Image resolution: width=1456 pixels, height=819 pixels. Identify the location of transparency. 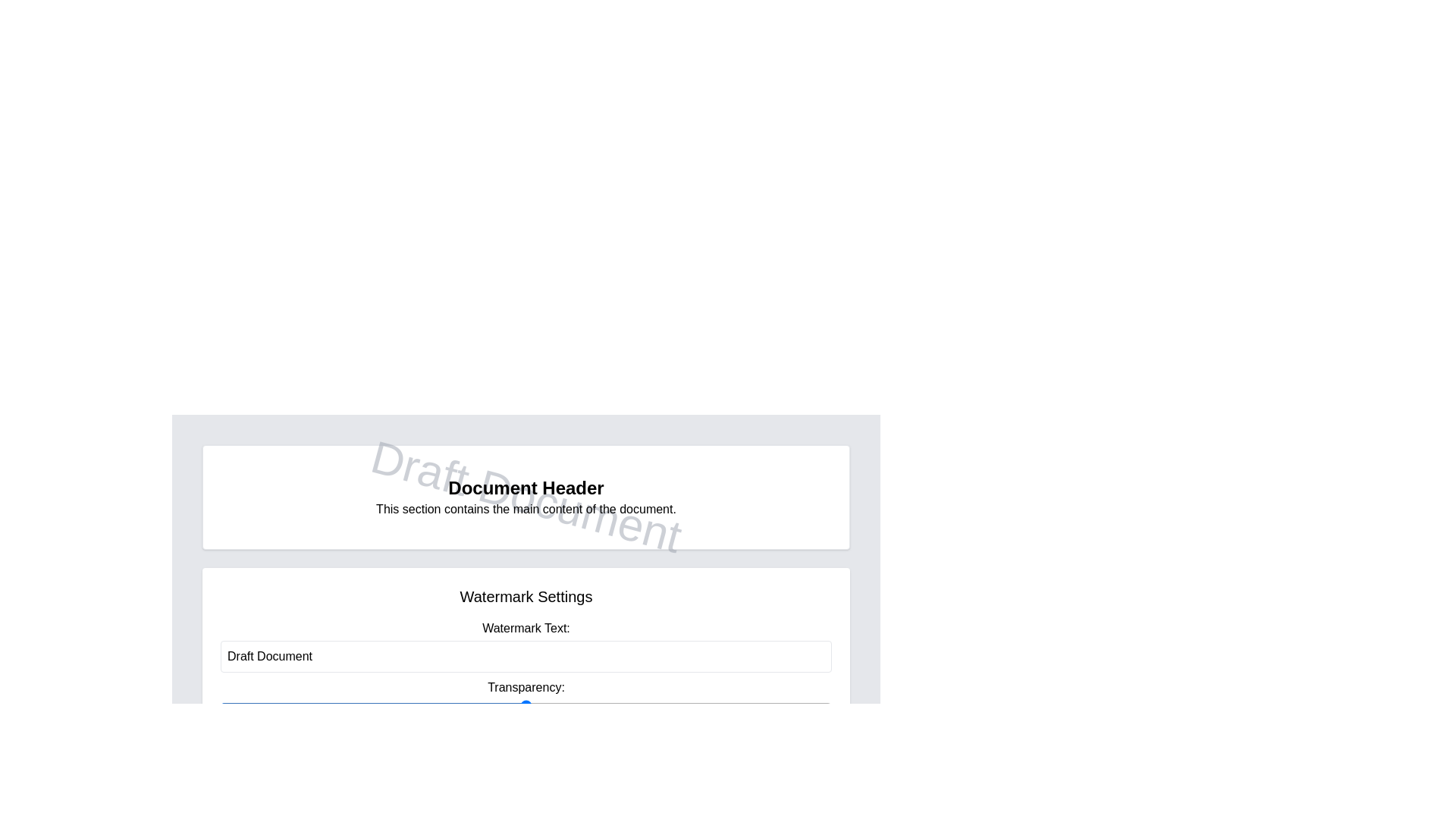
(220, 705).